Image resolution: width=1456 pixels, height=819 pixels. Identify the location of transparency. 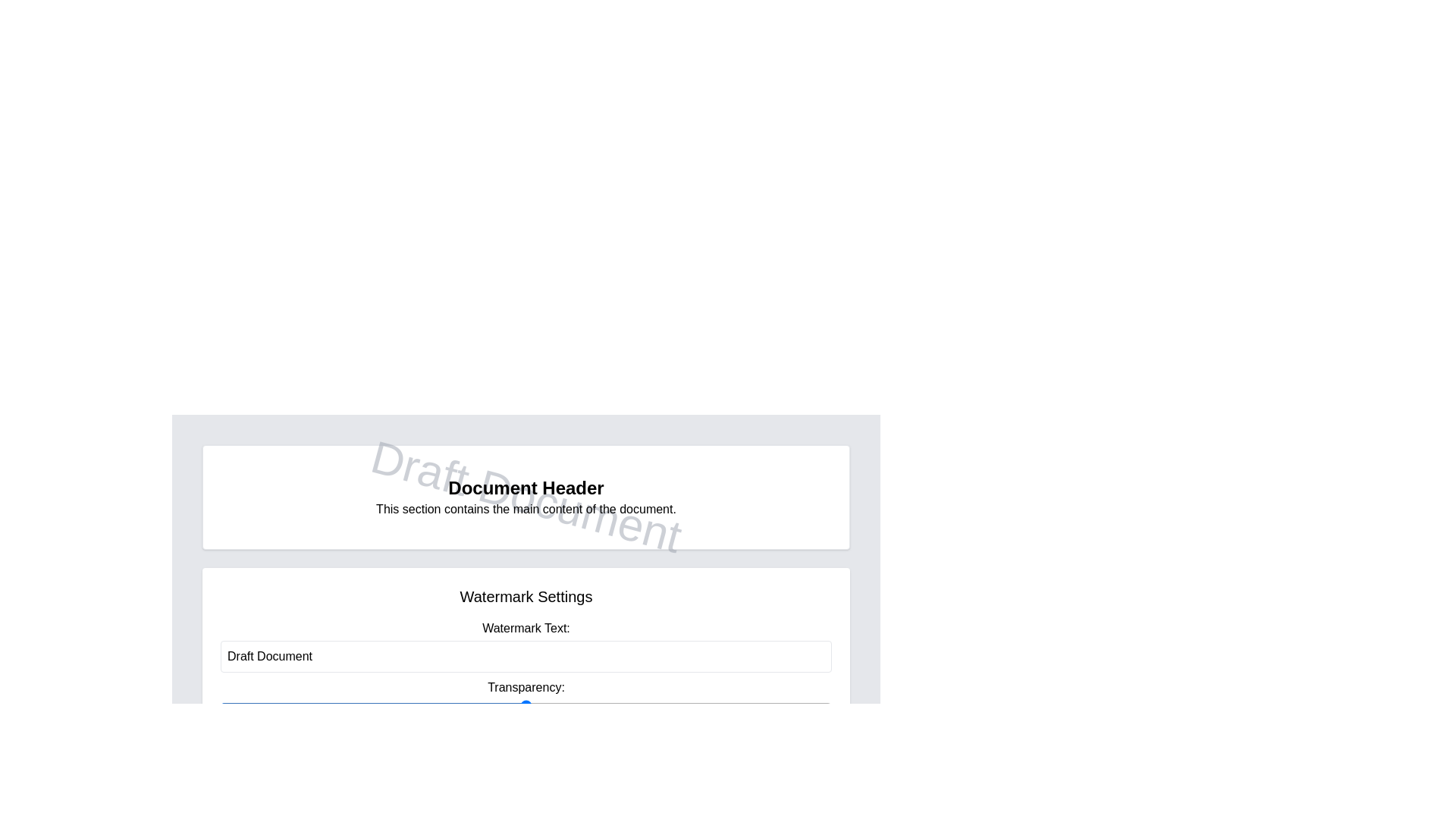
(220, 705).